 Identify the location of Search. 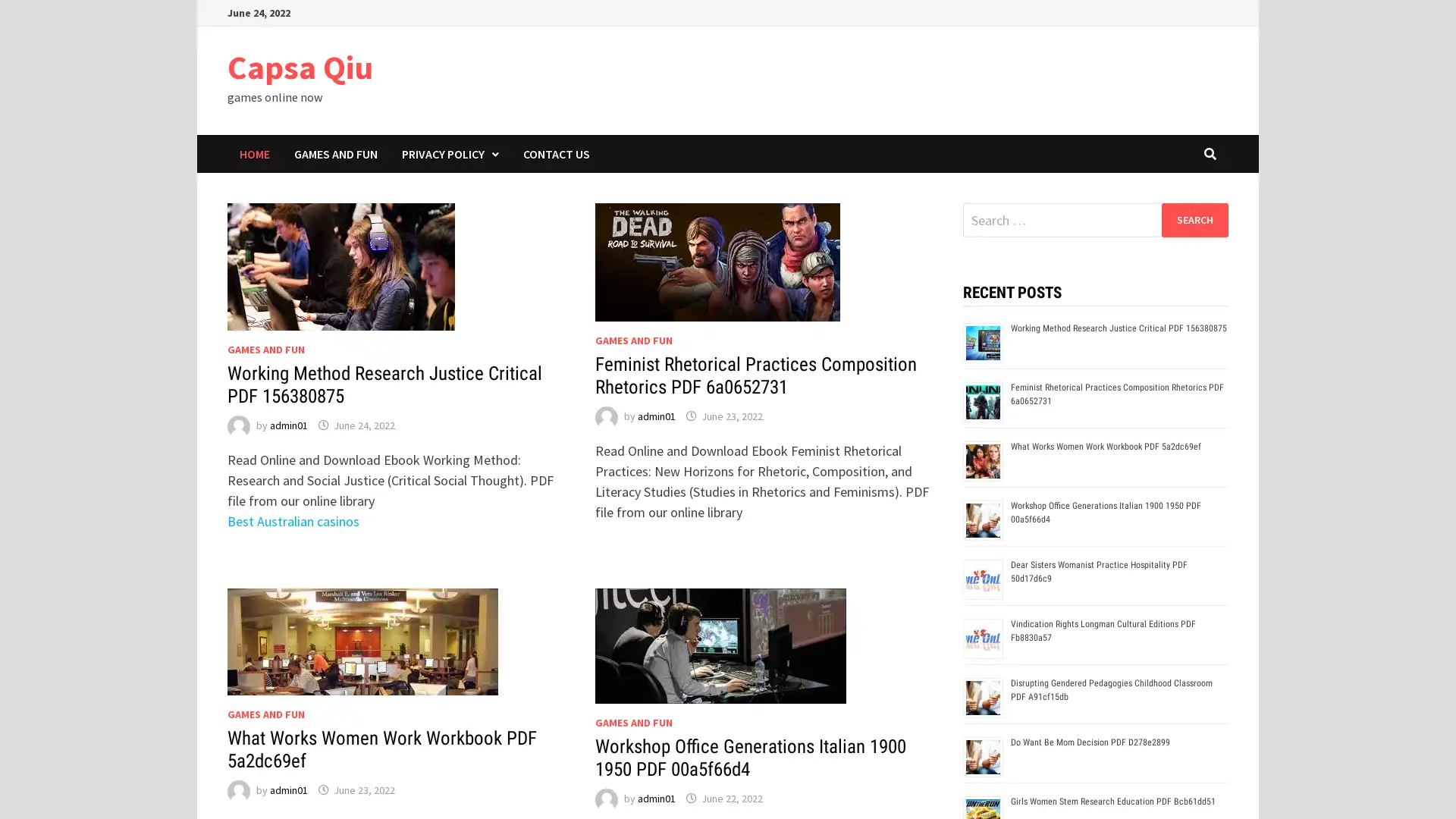
(1194, 219).